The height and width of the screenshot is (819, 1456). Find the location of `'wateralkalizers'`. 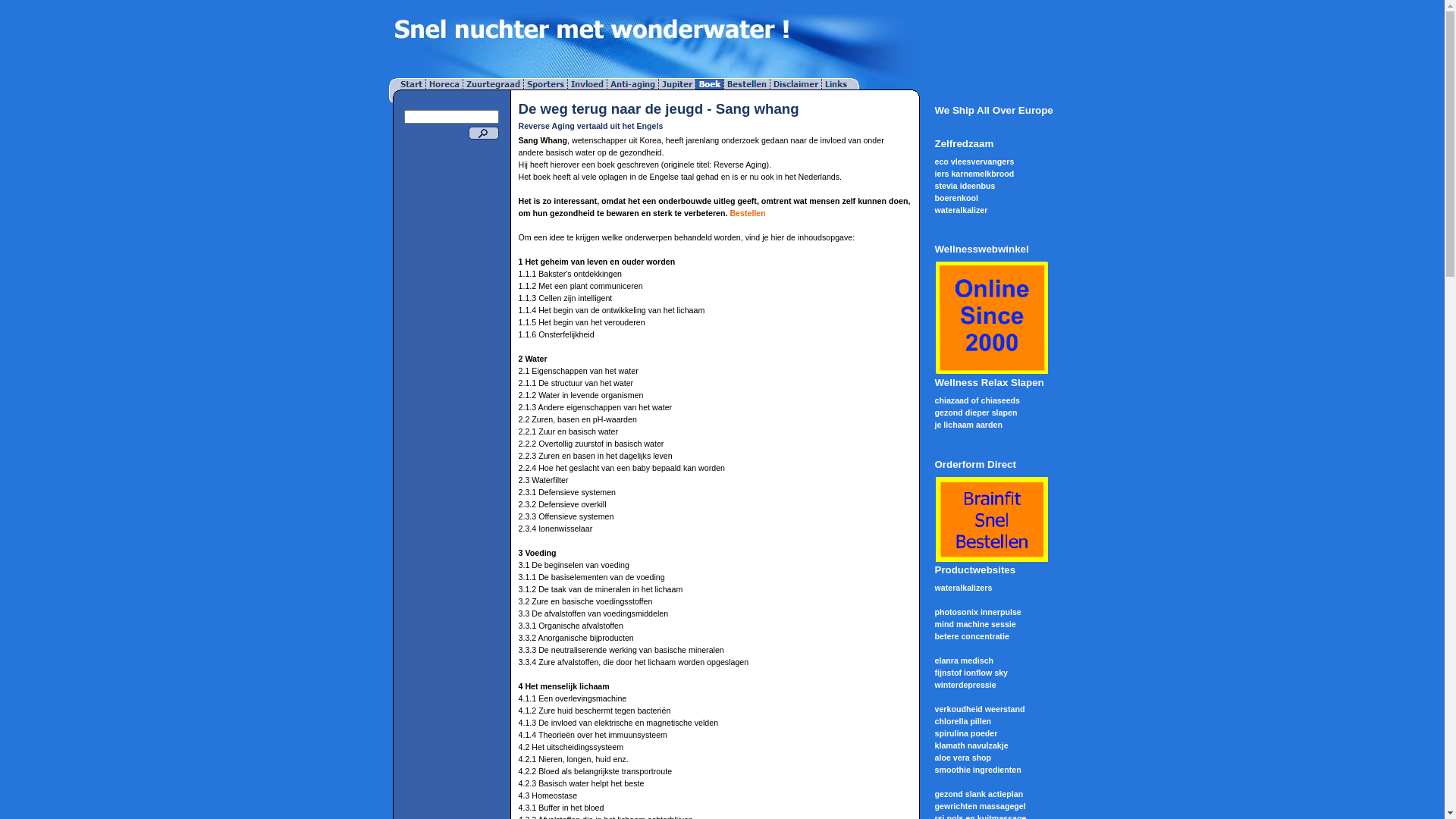

'wateralkalizers' is located at coordinates (962, 587).